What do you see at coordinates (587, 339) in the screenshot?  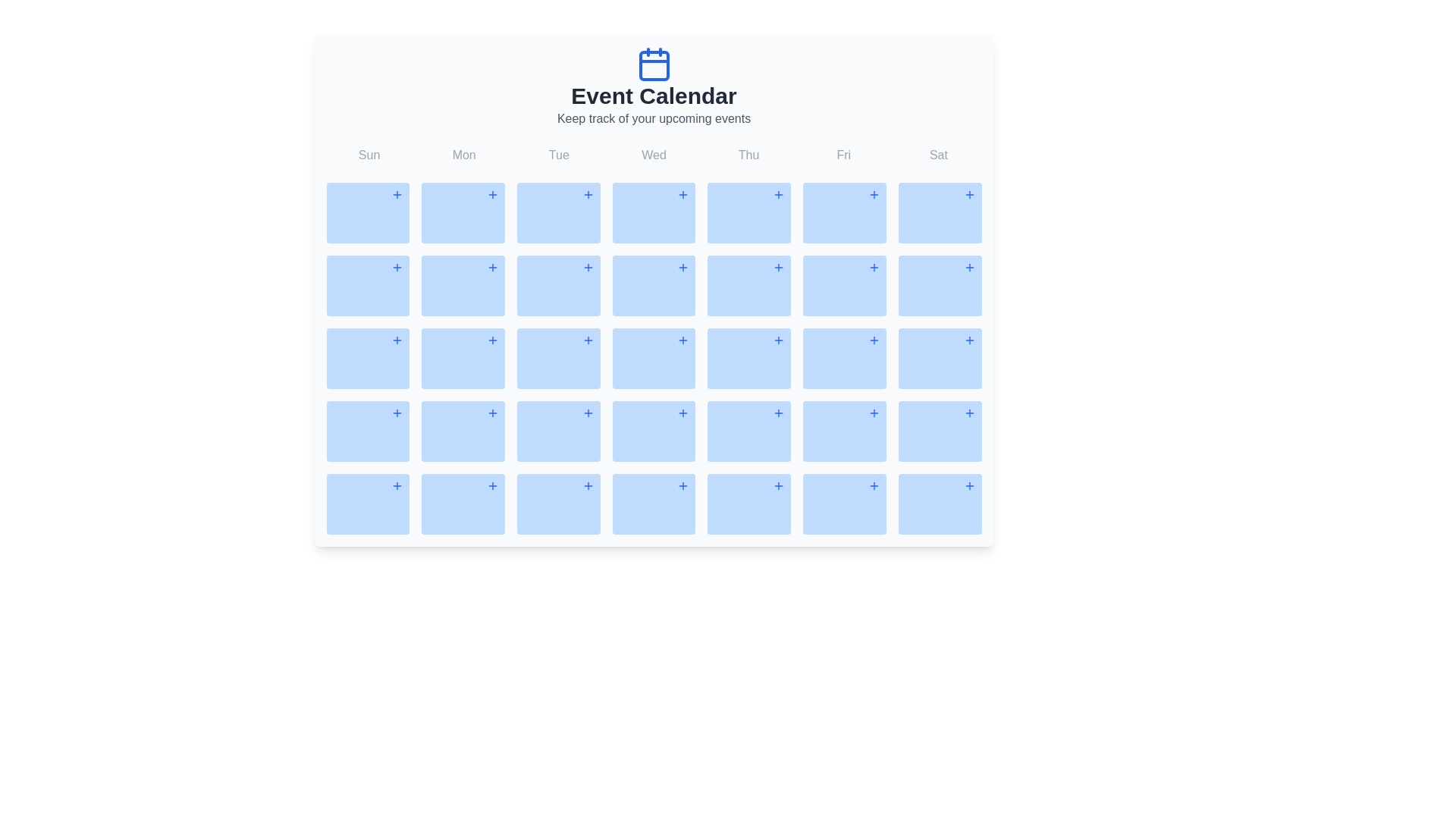 I see `the small blue plus sign button located in the top-right corner of the light blue rectangular button in the Tuesday column of the fourth row in the calendar grid` at bounding box center [587, 339].